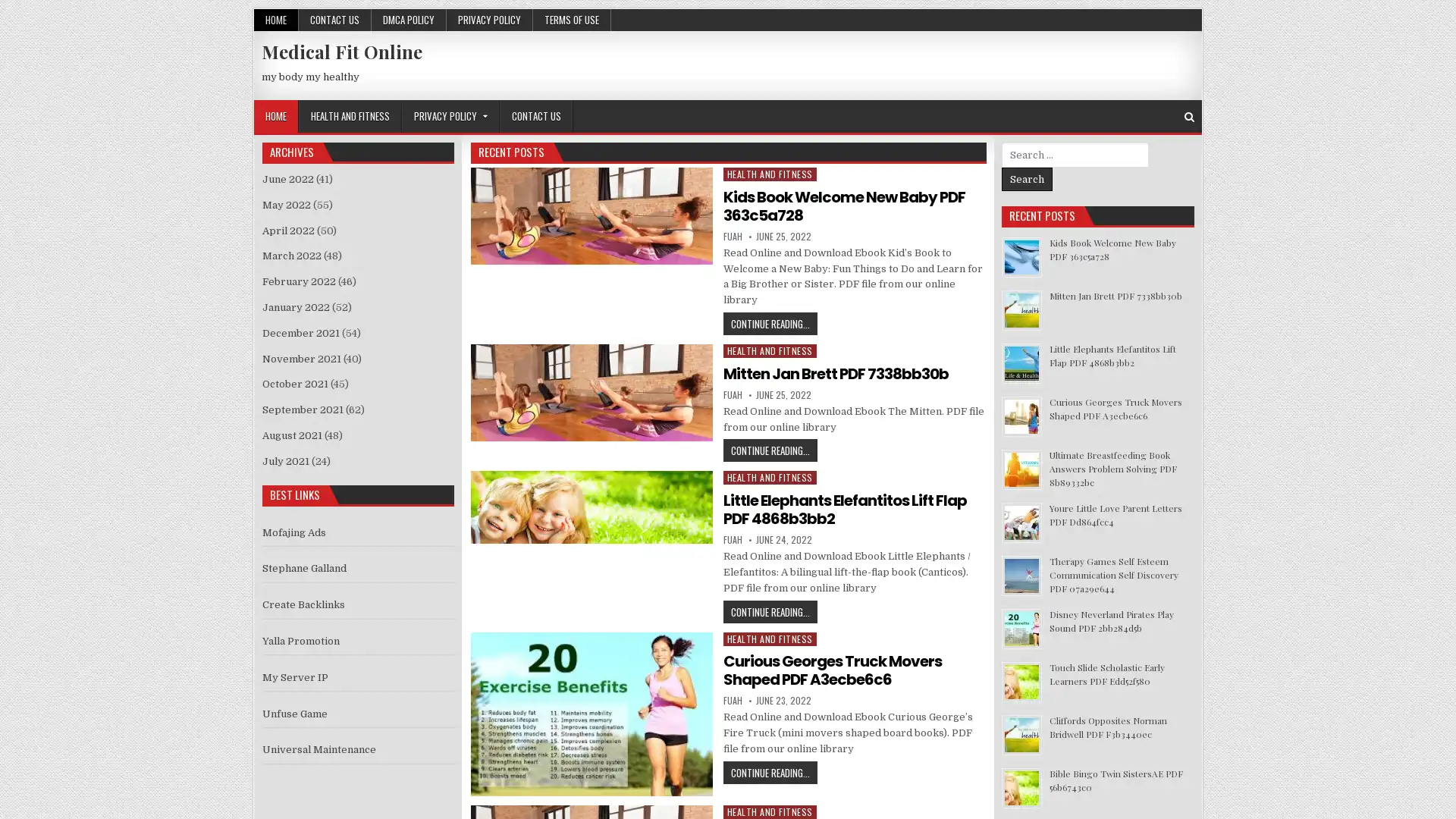 This screenshot has width=1456, height=819. I want to click on Search, so click(1027, 178).